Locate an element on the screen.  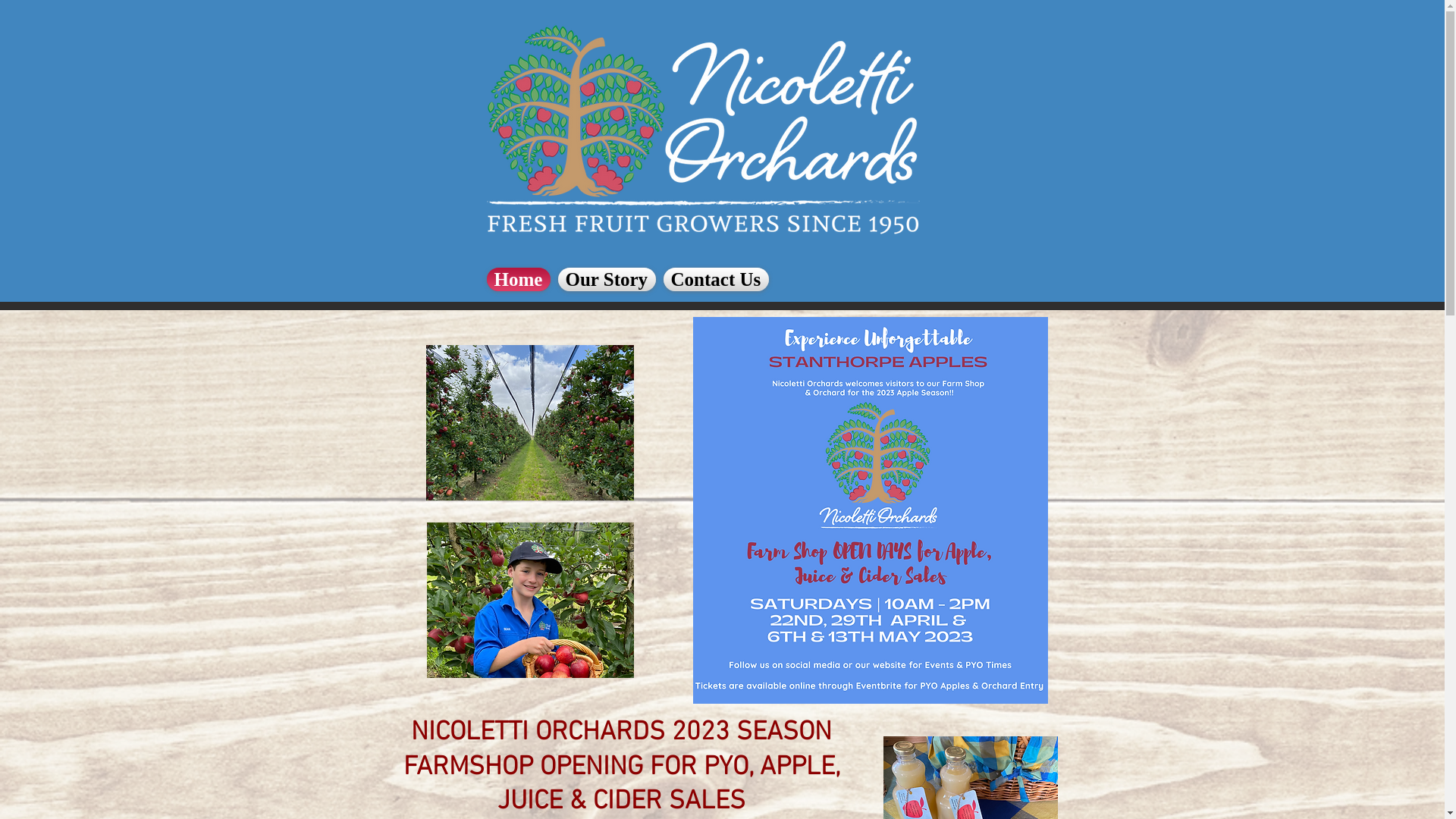
'Home' is located at coordinates (520, 279).